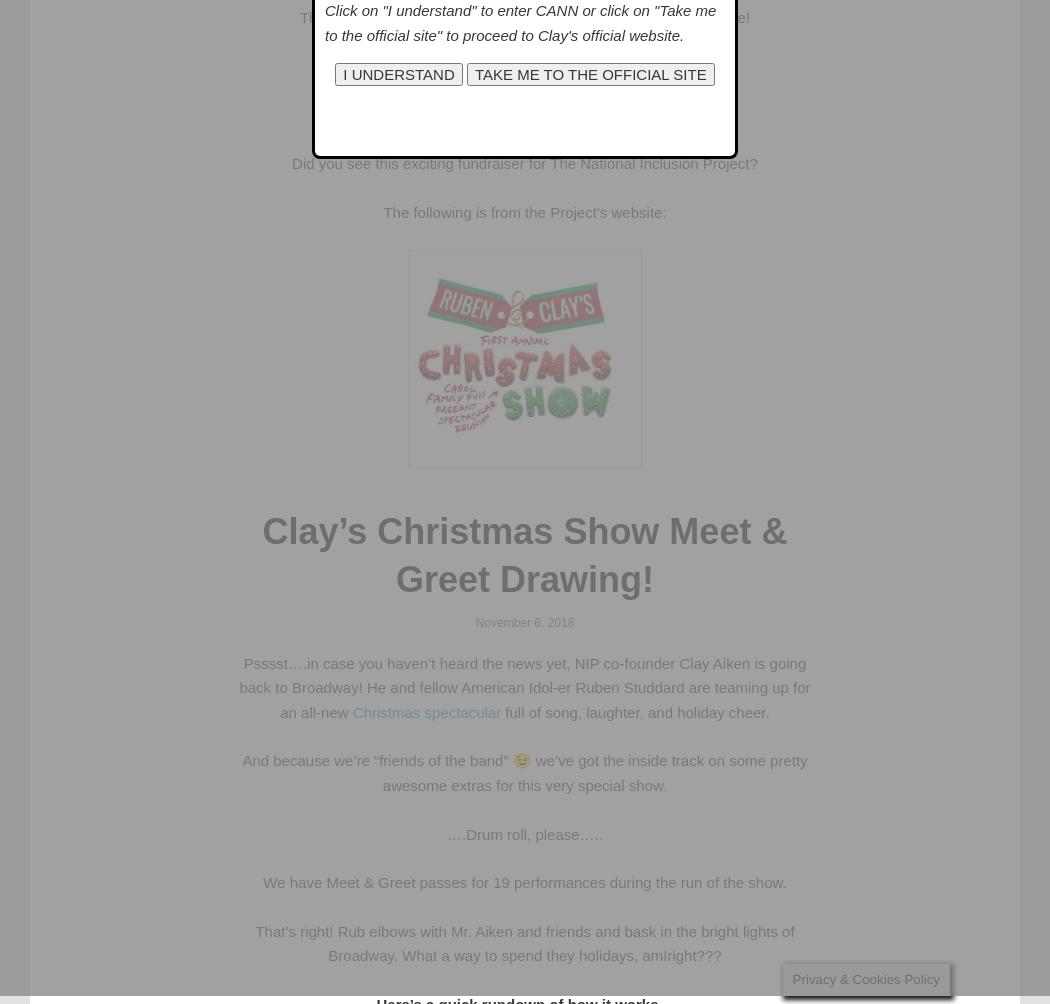  I want to click on '….Drum roll, please…..', so click(523, 833).